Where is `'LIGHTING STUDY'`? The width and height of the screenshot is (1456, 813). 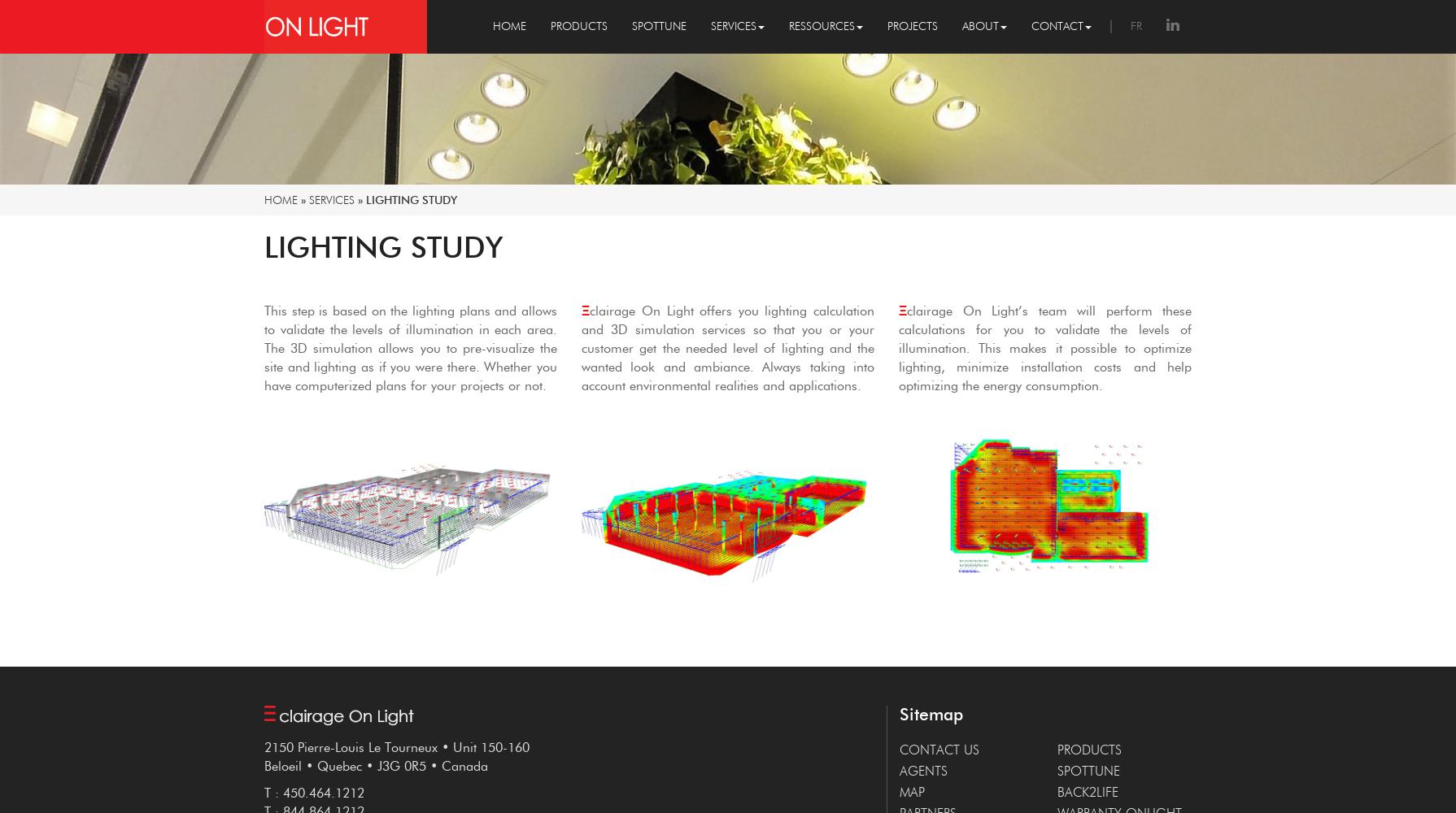 'LIGHTING STUDY' is located at coordinates (382, 246).